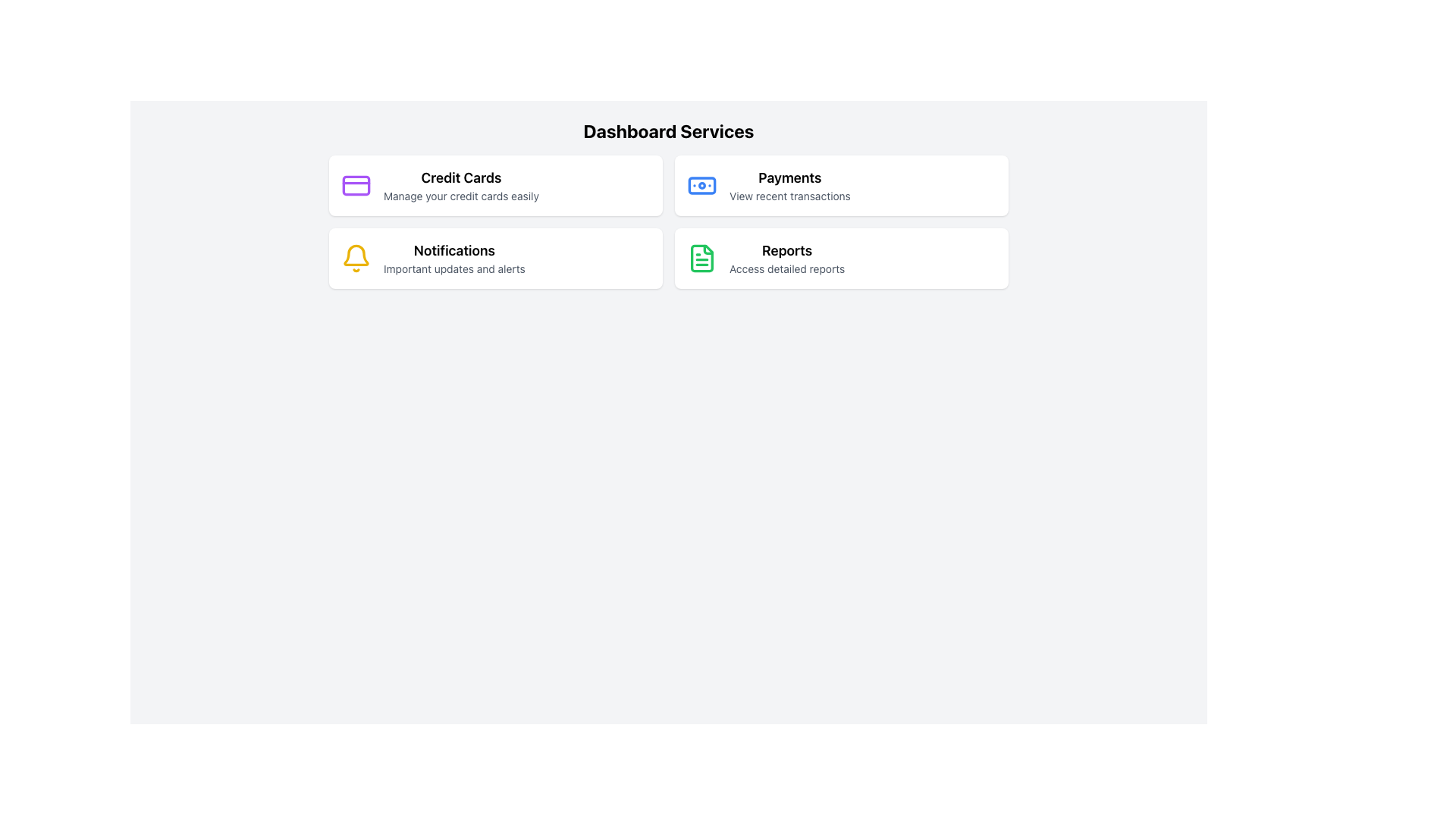  I want to click on the Text label that serves as a title for the credit card functionalities section, located in the top left section of the grid layout, so click(460, 177).